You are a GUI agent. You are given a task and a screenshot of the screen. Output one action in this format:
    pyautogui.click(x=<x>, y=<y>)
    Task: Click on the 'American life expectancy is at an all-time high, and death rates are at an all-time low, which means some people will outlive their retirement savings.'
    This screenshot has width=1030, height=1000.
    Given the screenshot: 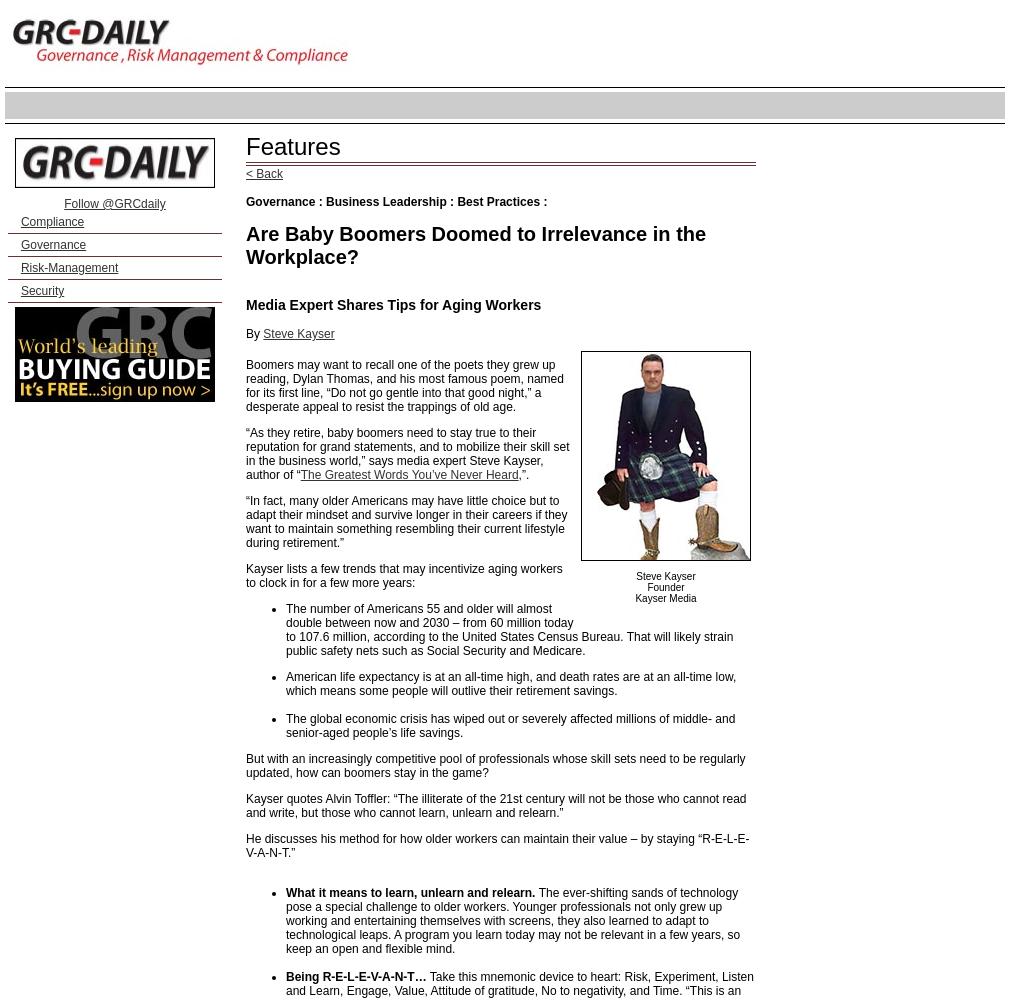 What is the action you would take?
    pyautogui.click(x=509, y=684)
    